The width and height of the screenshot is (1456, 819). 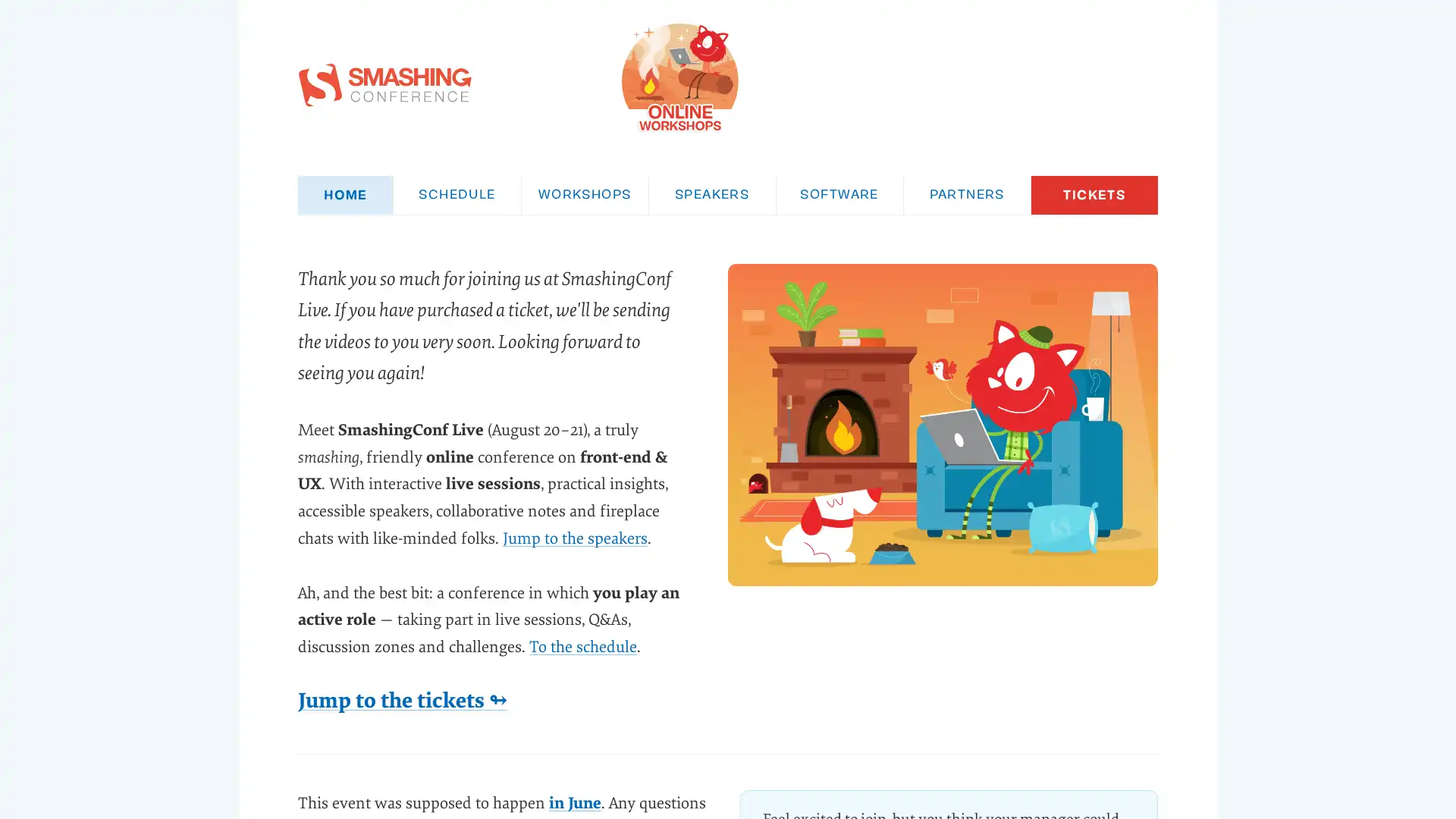 I want to click on SmashingConf, so click(x=874, y=77).